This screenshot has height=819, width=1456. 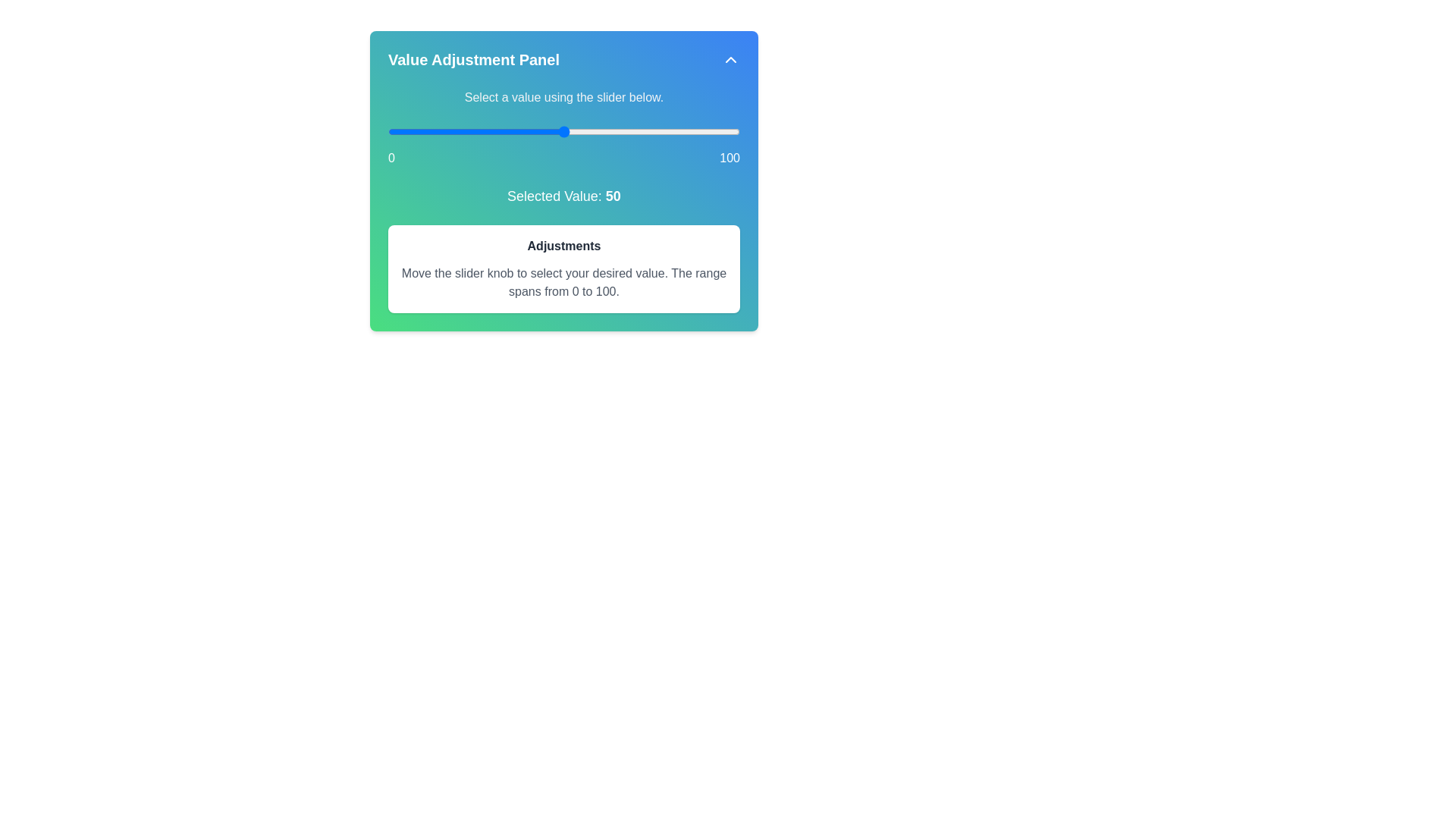 What do you see at coordinates (391, 158) in the screenshot?
I see `the static text component displaying '0' in white, located at the far-left end of the range values section under the slider component` at bounding box center [391, 158].